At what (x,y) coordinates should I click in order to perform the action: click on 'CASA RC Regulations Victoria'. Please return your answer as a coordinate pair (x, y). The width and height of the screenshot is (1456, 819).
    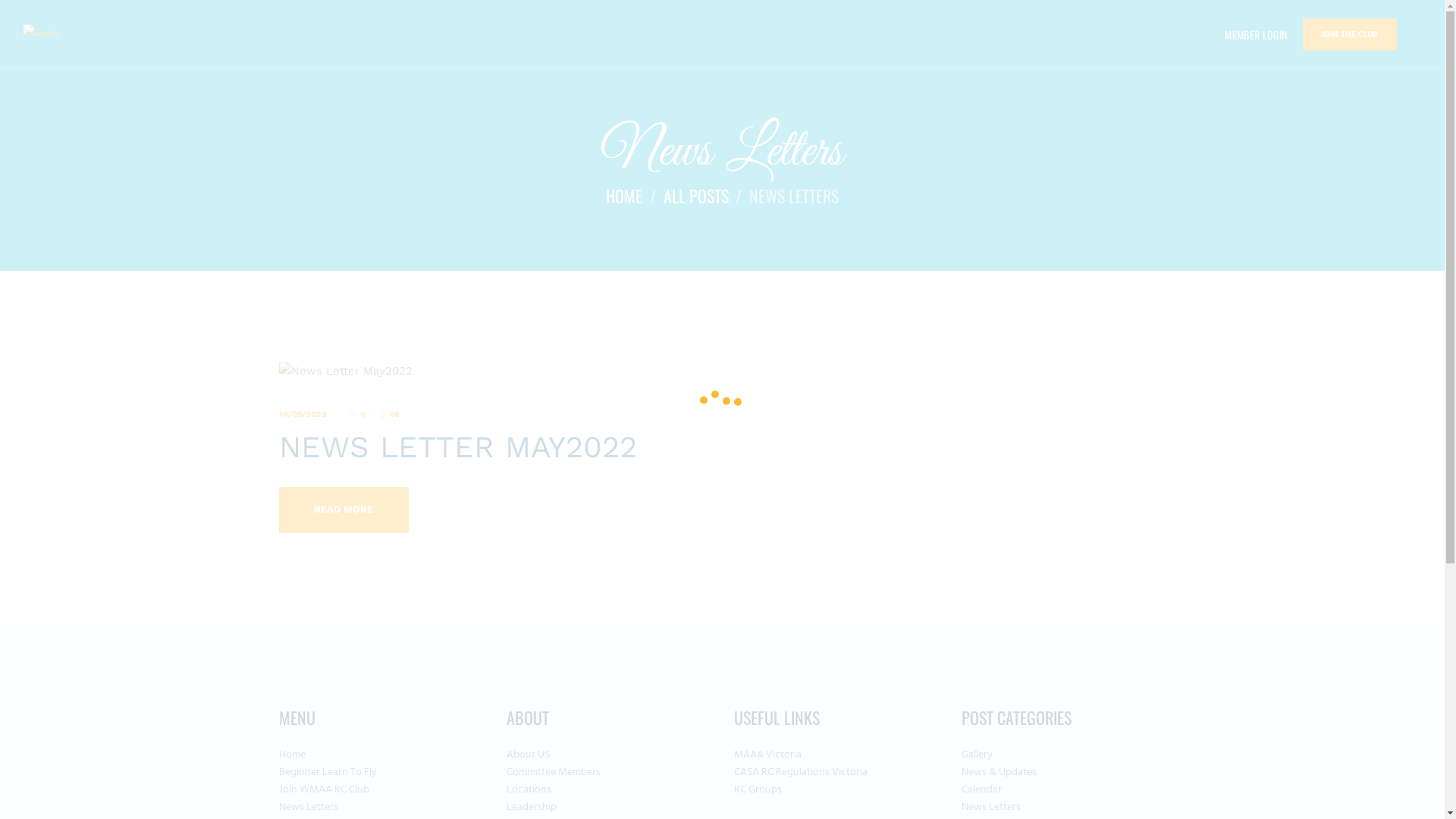
    Looking at the image, I should click on (734, 772).